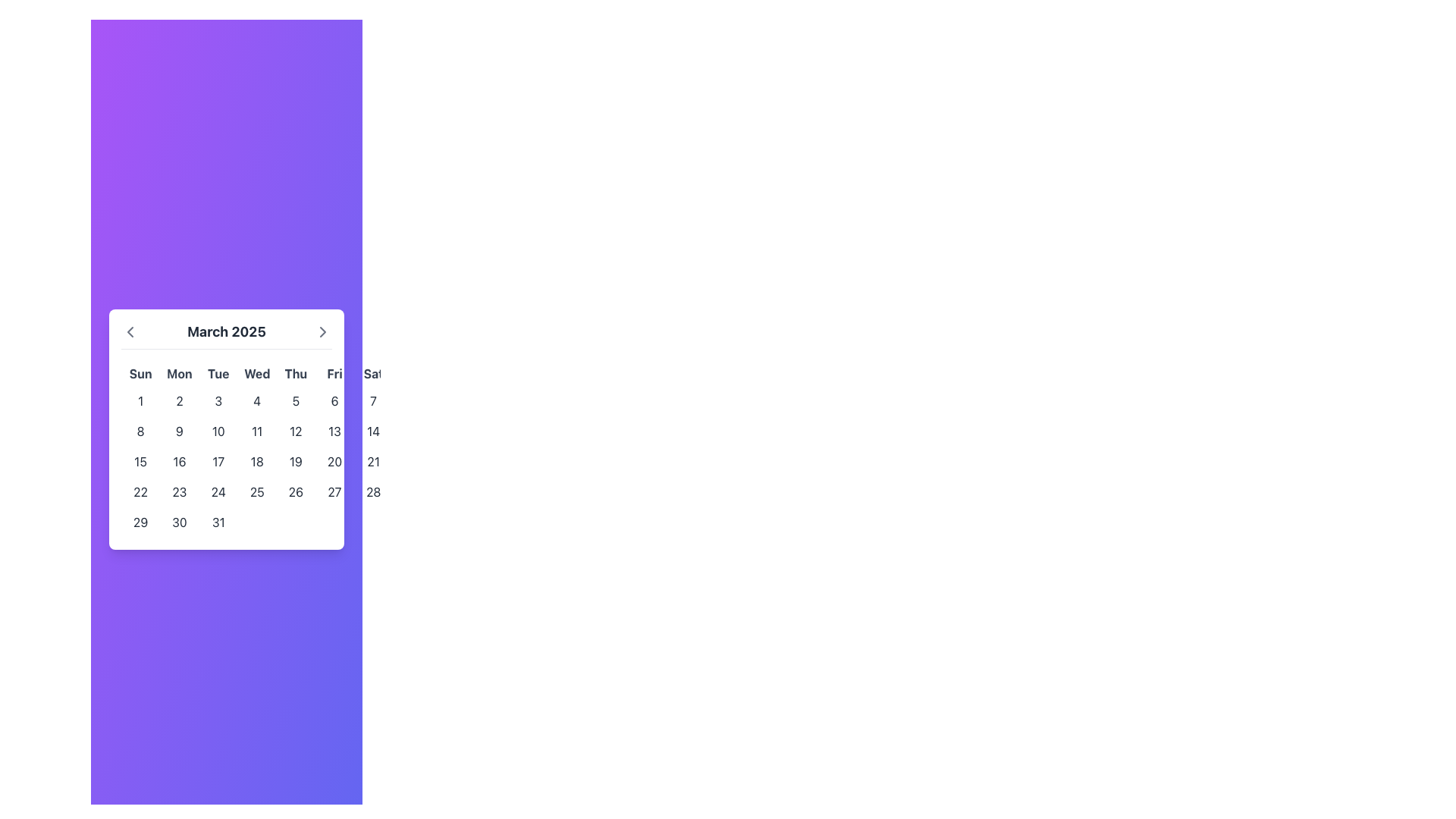 The width and height of the screenshot is (1456, 819). Describe the element at coordinates (257, 400) in the screenshot. I see `the individual date numbers in the calendar's top row, which contains the numbers '1' through '7'` at that location.